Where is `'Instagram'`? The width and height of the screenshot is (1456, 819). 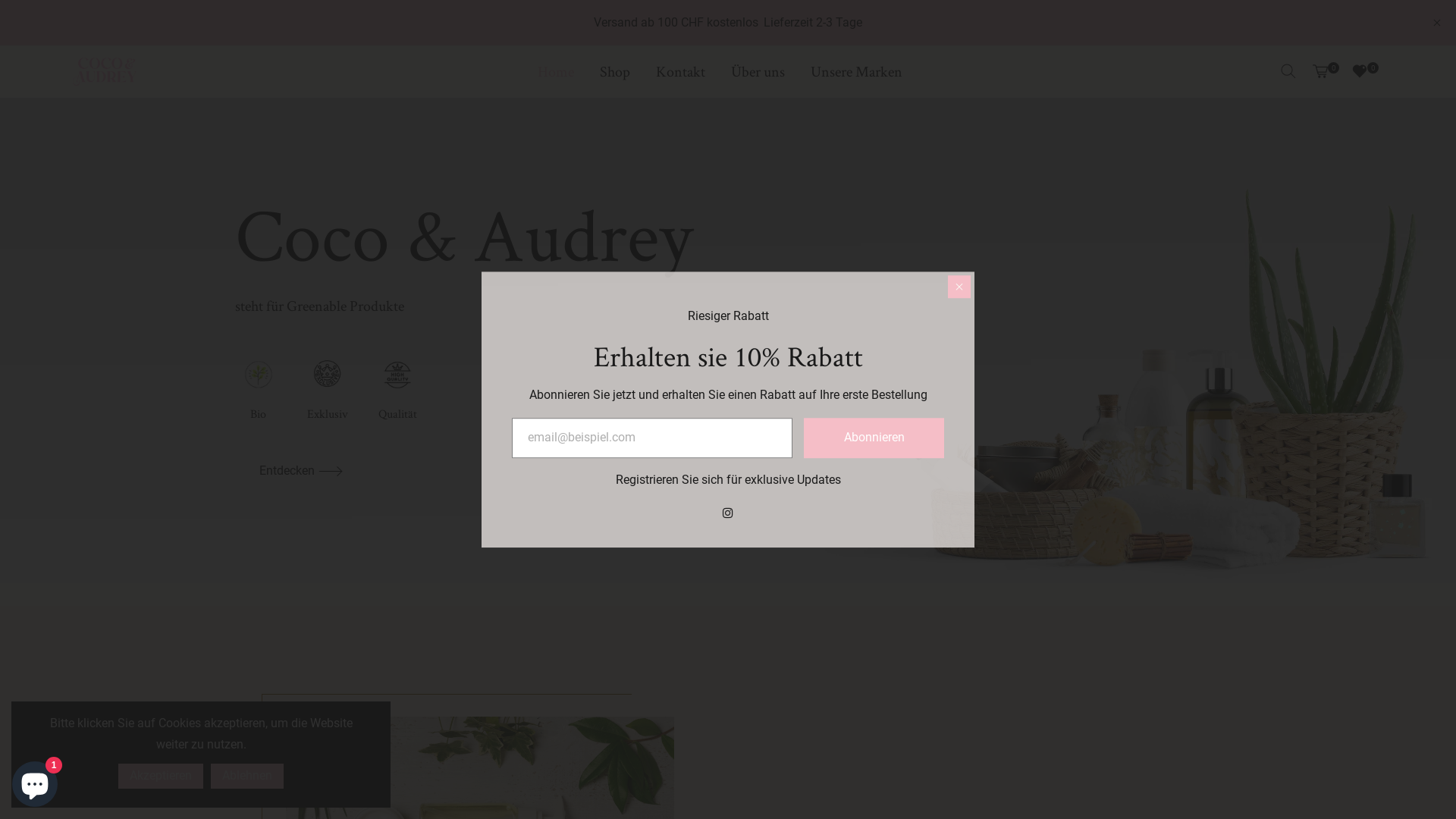 'Instagram' is located at coordinates (728, 512).